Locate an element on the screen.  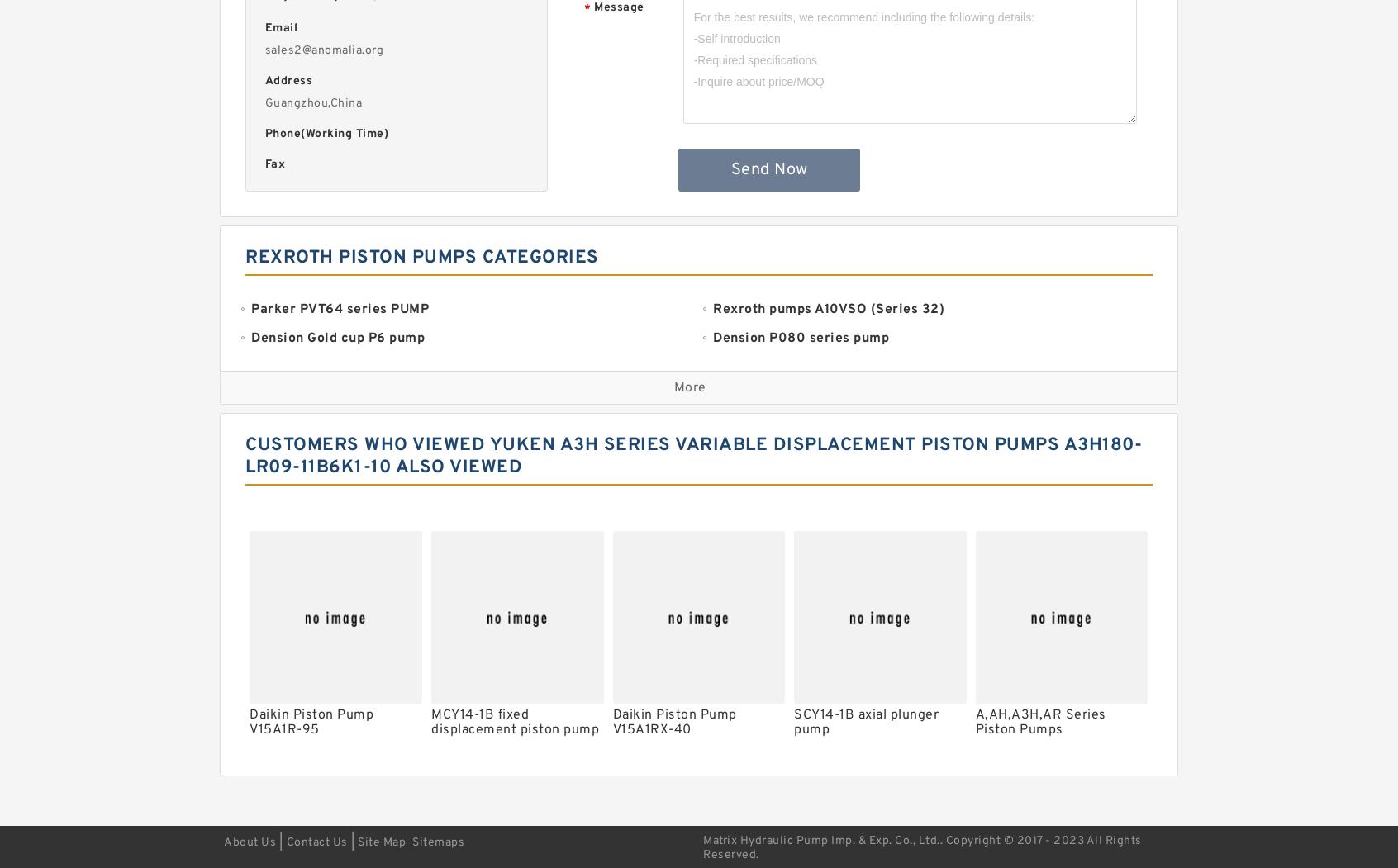
'Dension Gold cup P6 pump' is located at coordinates (337, 338).